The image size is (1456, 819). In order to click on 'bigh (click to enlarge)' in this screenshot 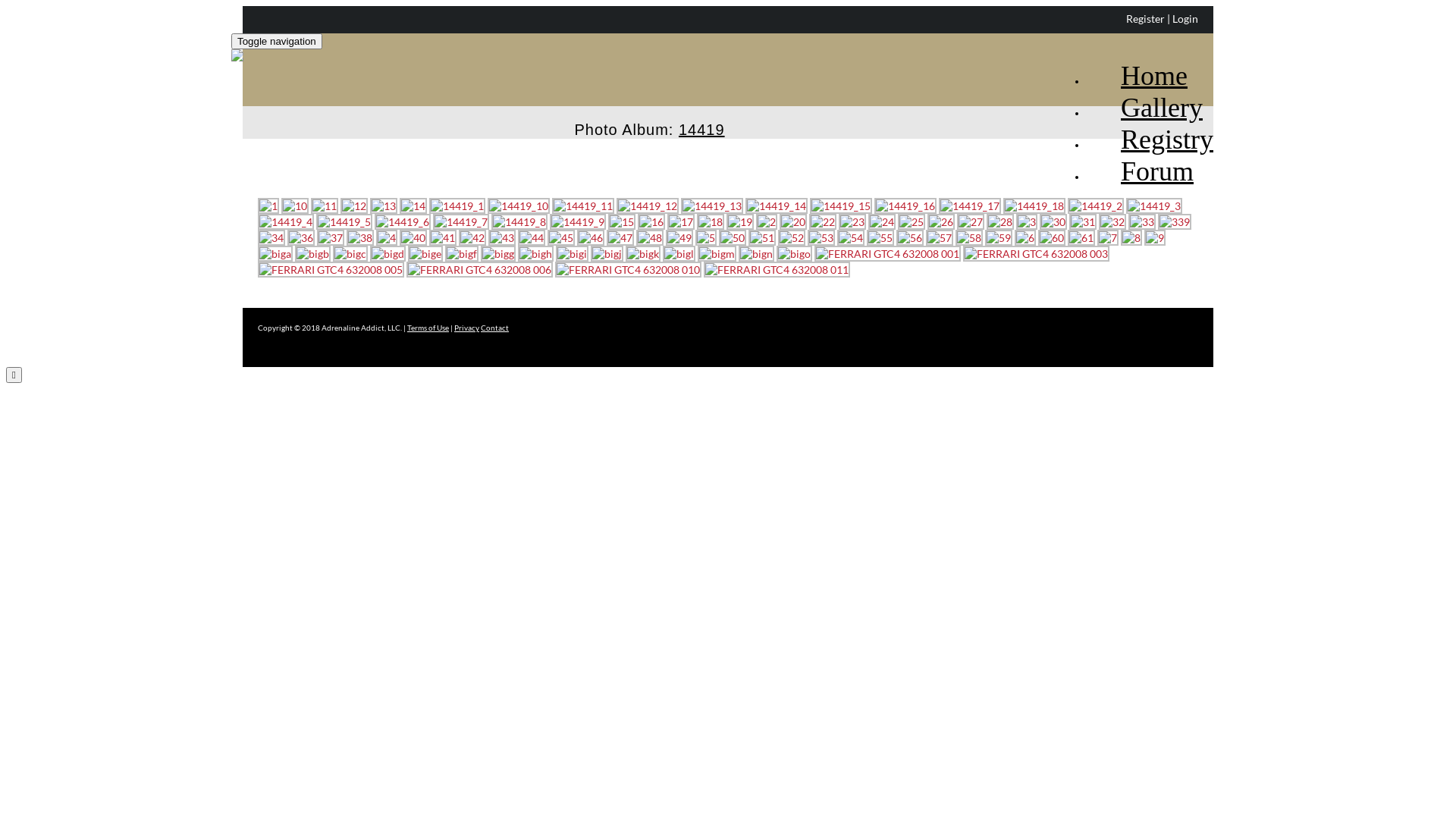, I will do `click(517, 253)`.